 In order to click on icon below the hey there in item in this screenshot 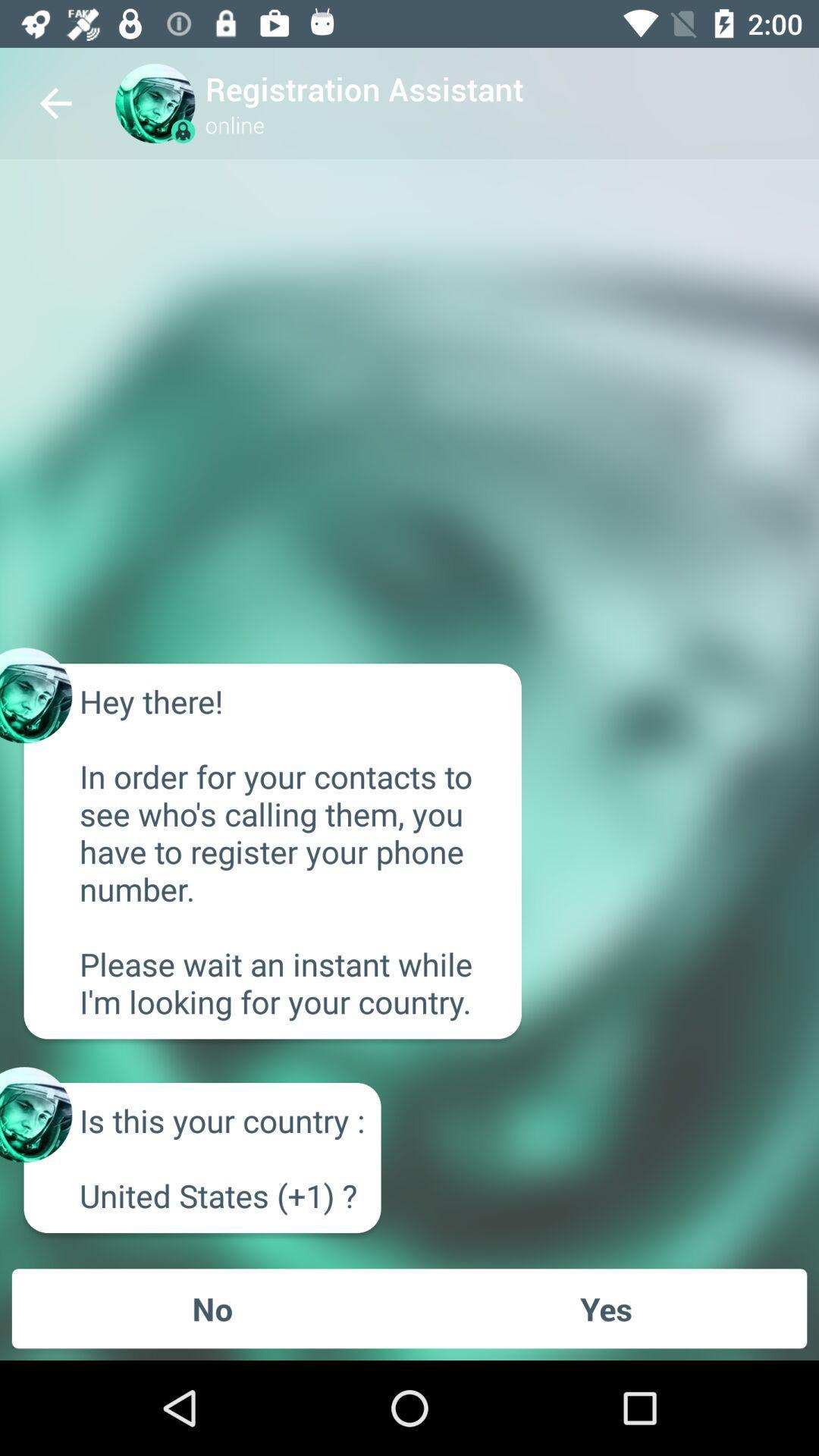, I will do `click(605, 1307)`.